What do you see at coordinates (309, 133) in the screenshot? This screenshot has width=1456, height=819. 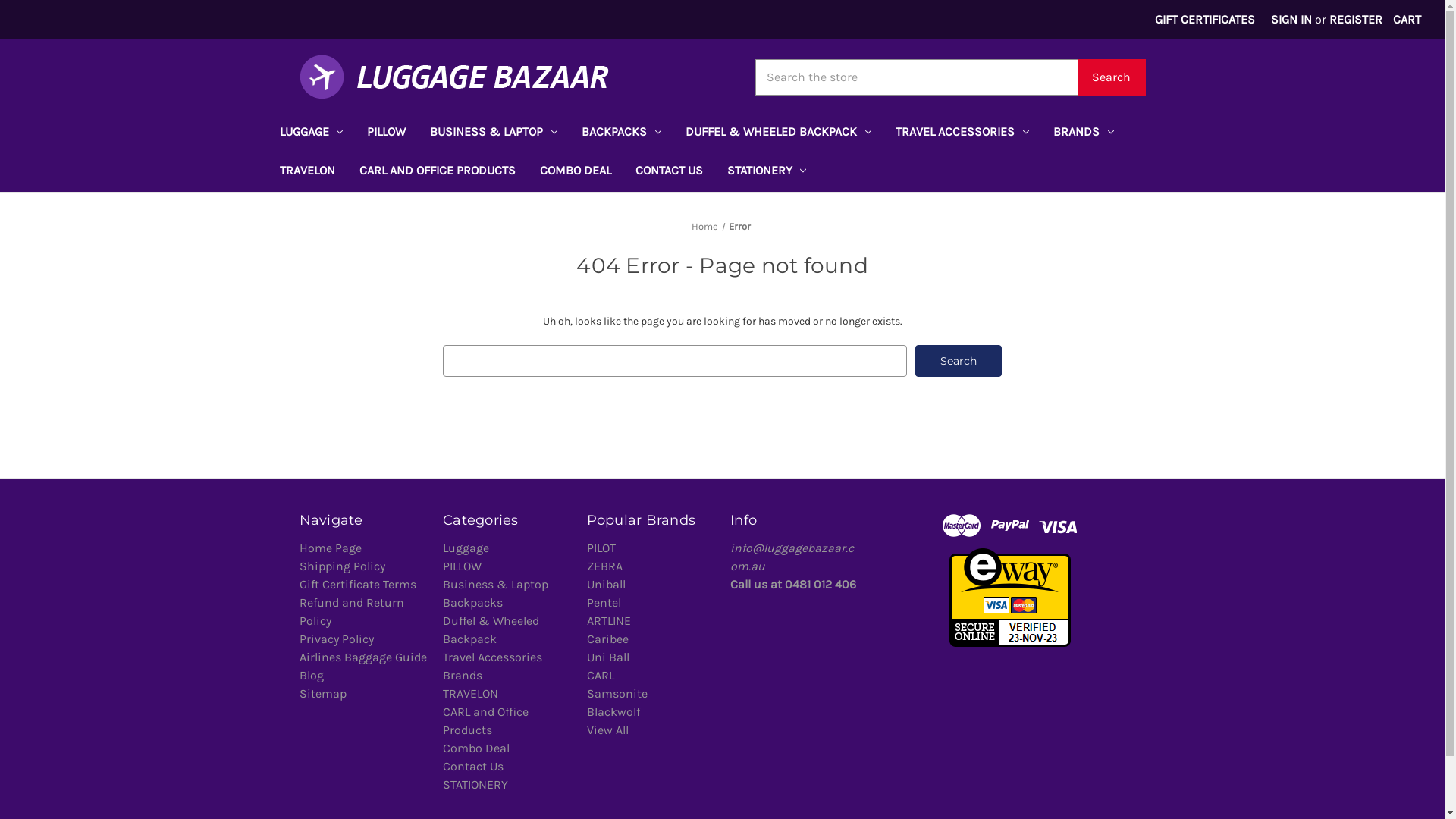 I see `'LUGGAGE'` at bounding box center [309, 133].